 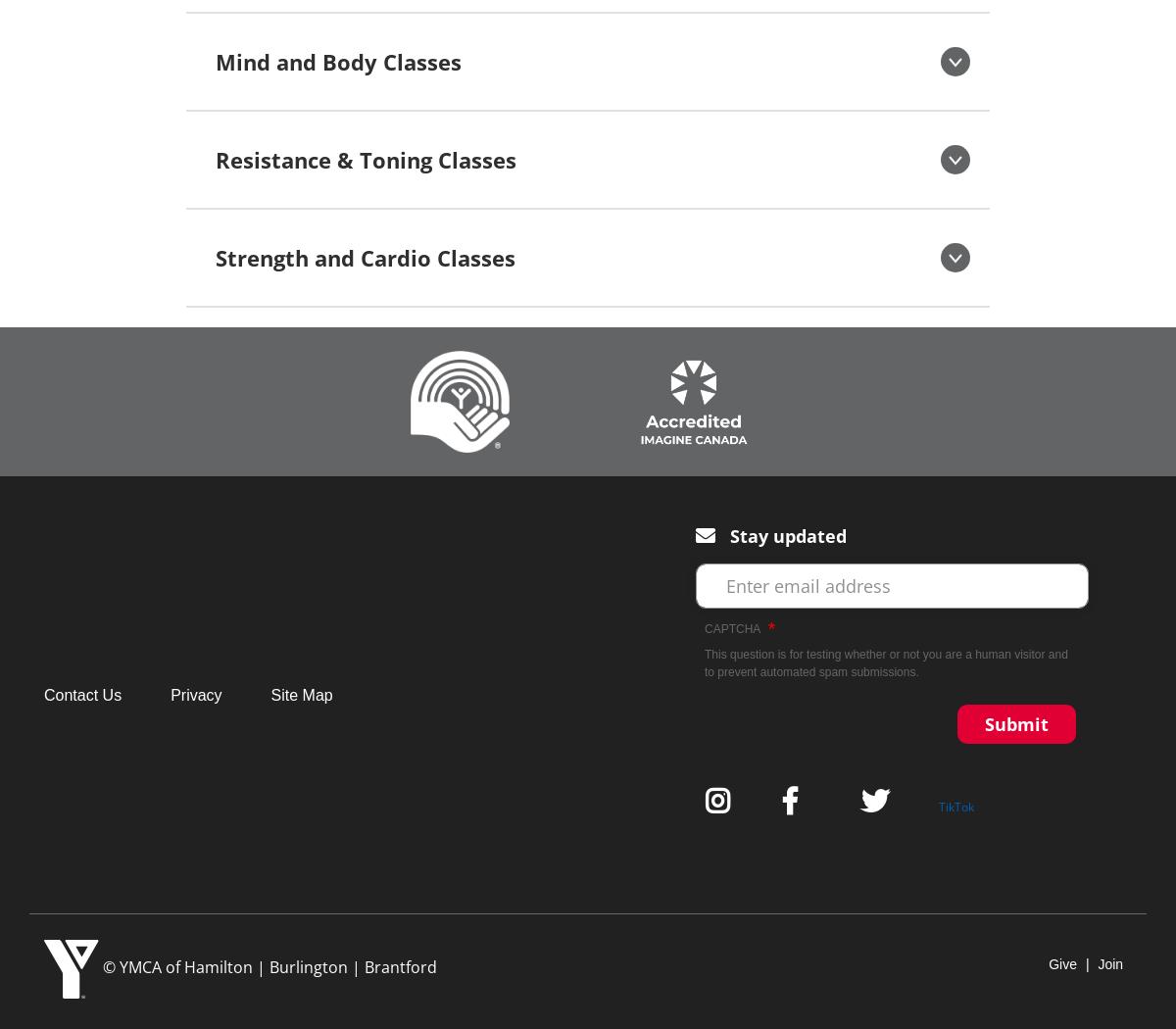 What do you see at coordinates (796, 800) in the screenshot?
I see `'Facebook'` at bounding box center [796, 800].